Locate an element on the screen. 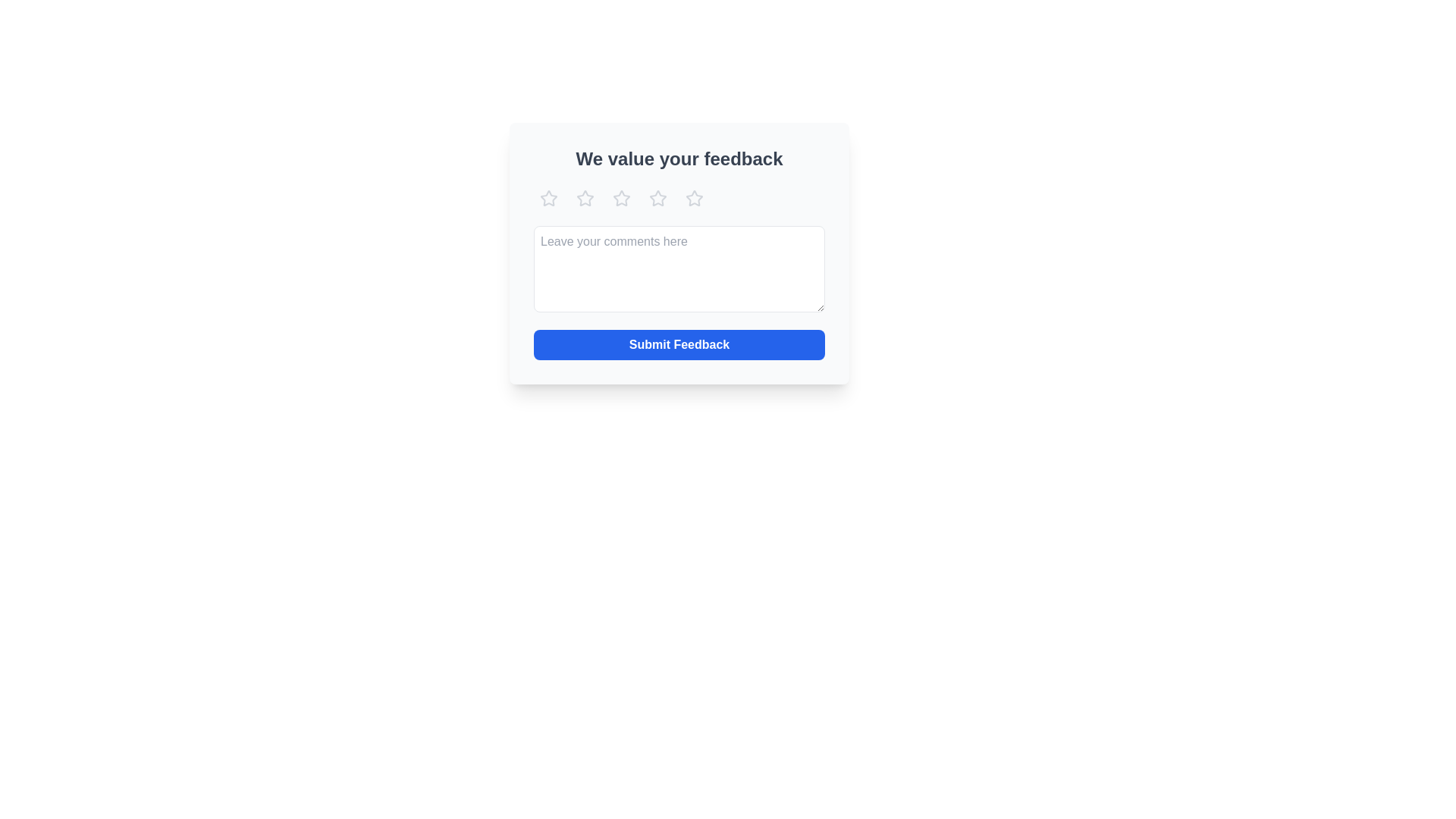  the third star icon is located at coordinates (658, 198).